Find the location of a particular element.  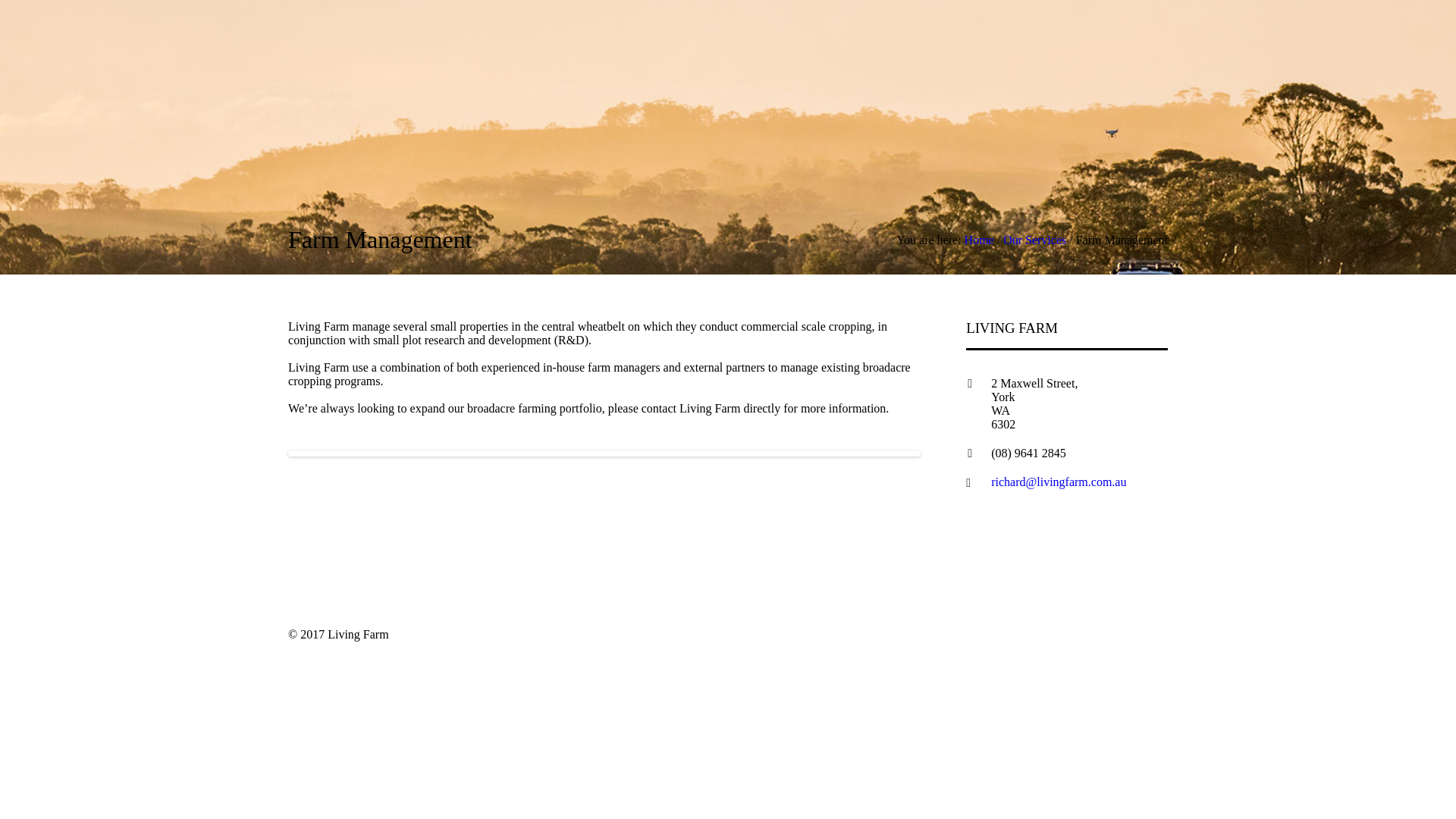

'richard@livingfarm.com.au' is located at coordinates (990, 482).